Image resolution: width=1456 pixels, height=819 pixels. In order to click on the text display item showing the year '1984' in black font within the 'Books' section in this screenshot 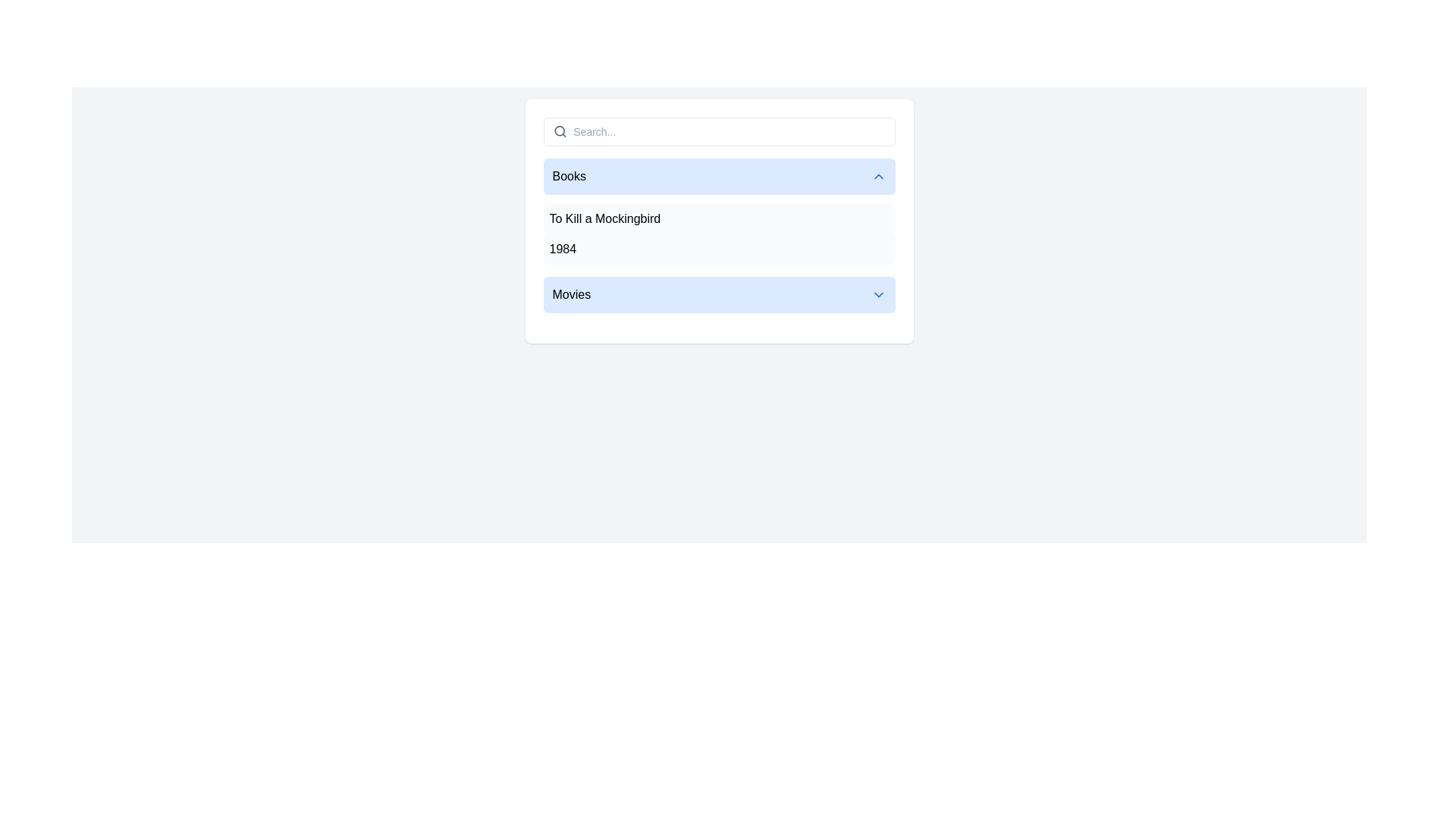, I will do `click(562, 248)`.